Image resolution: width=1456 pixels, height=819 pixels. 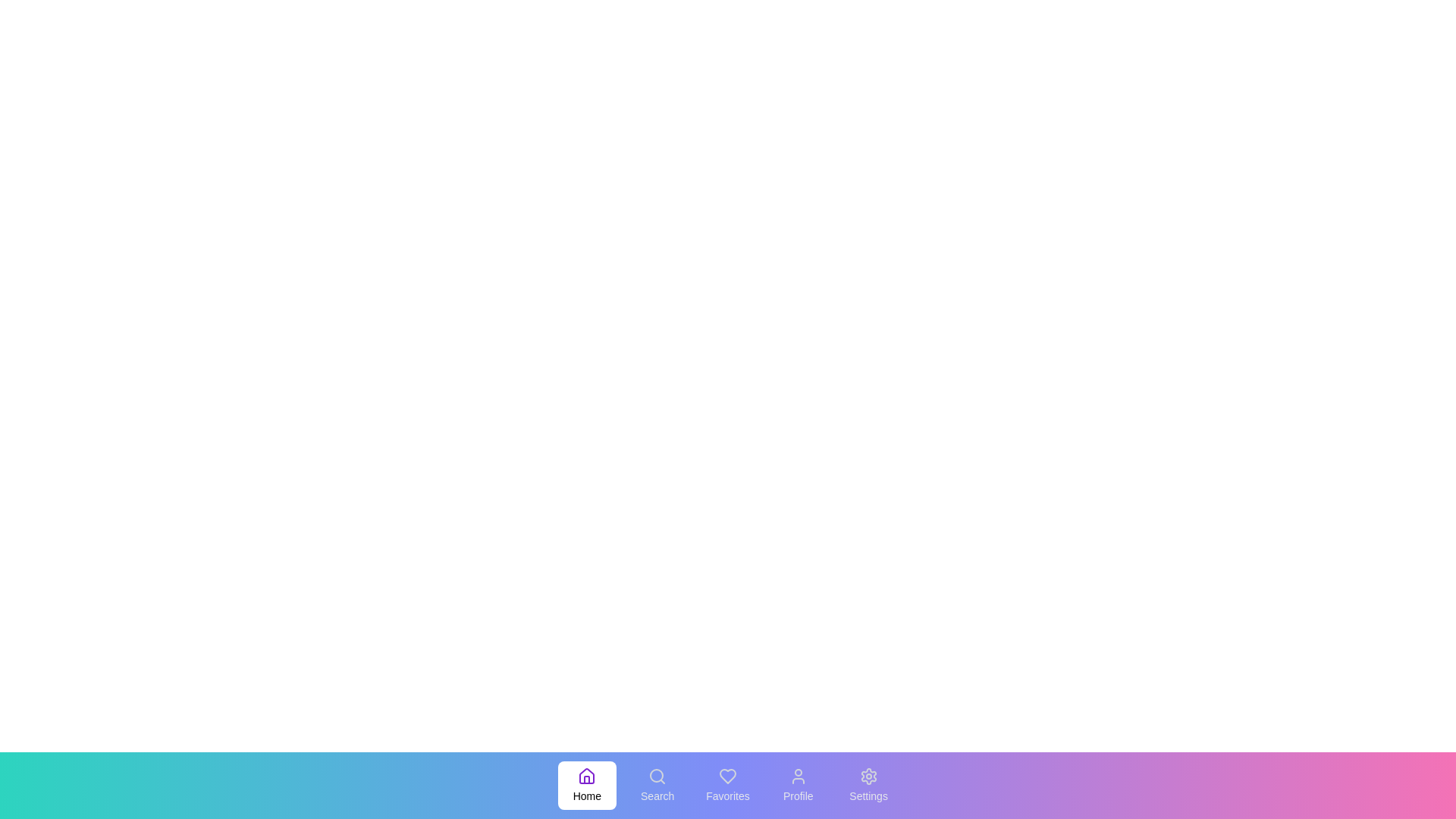 I want to click on the menu item labeled Settings, so click(x=869, y=785).